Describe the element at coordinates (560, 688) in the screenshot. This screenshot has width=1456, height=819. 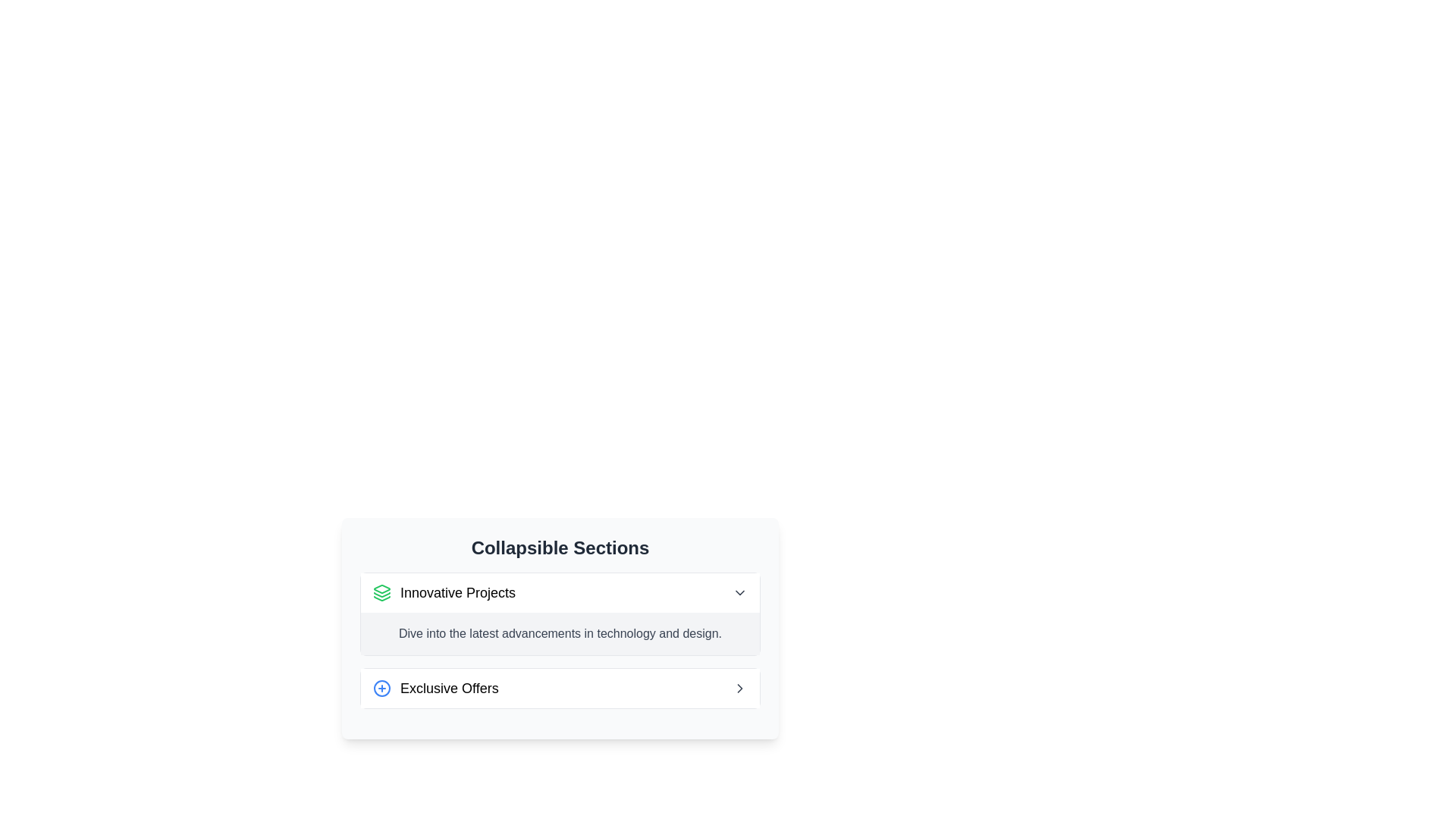
I see `the 'Exclusive Offers' button located below 'Innovative Projects' within the 'Collapsible Sections' section` at that location.